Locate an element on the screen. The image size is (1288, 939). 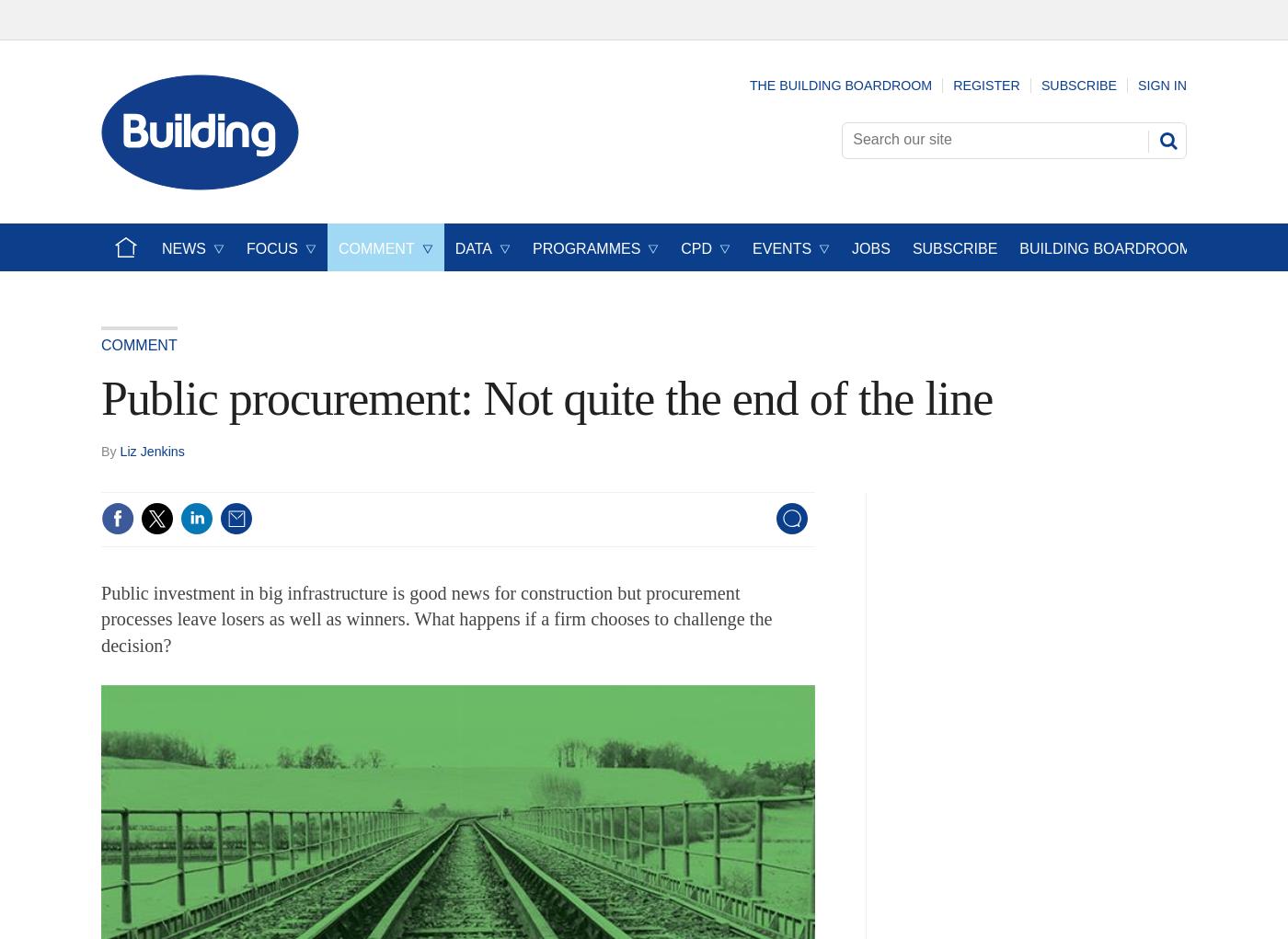
'Liz Jenkins' is located at coordinates (120, 449).